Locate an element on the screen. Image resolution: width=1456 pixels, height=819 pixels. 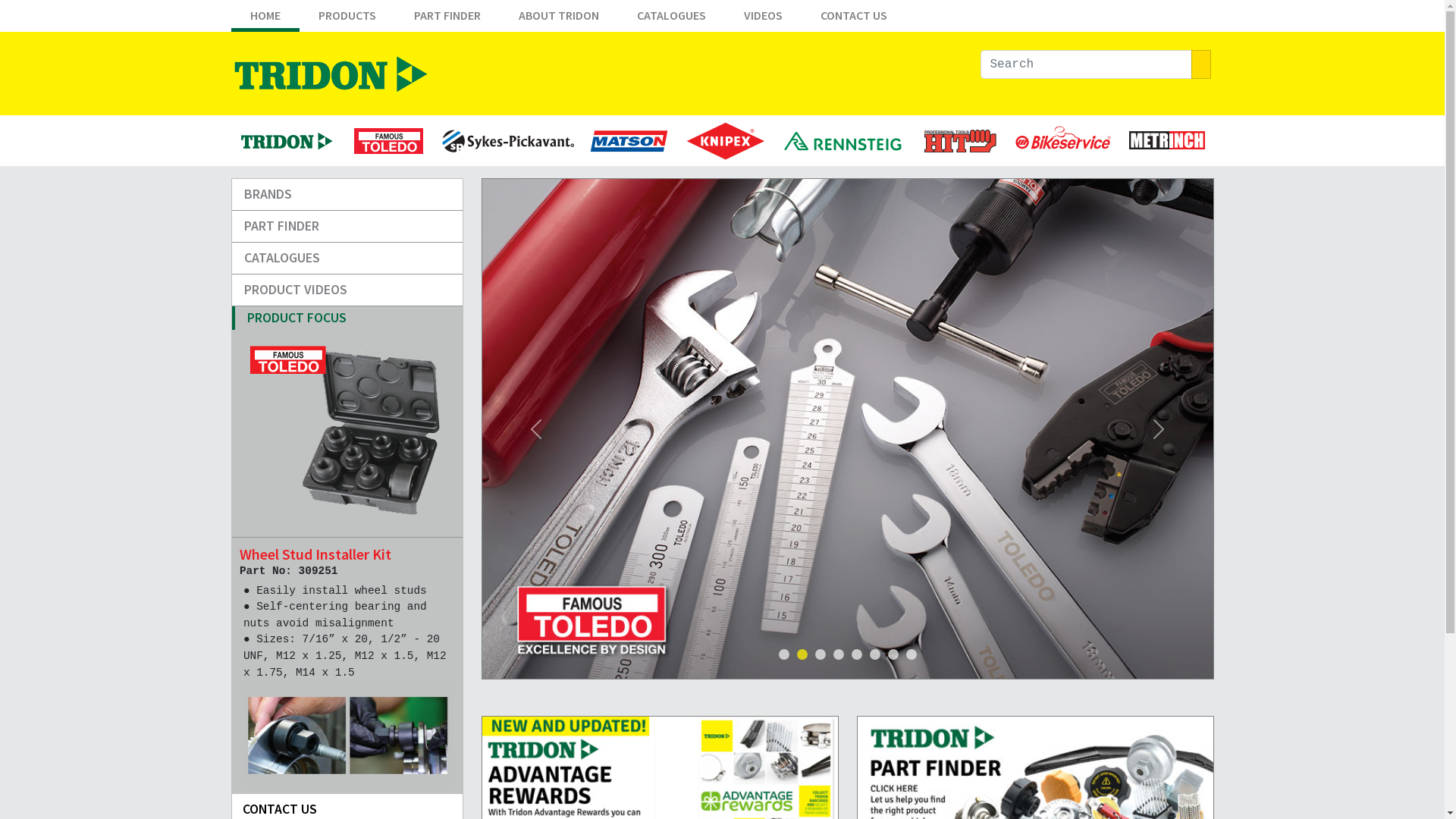
'PART FINDER' is located at coordinates (394, 18).